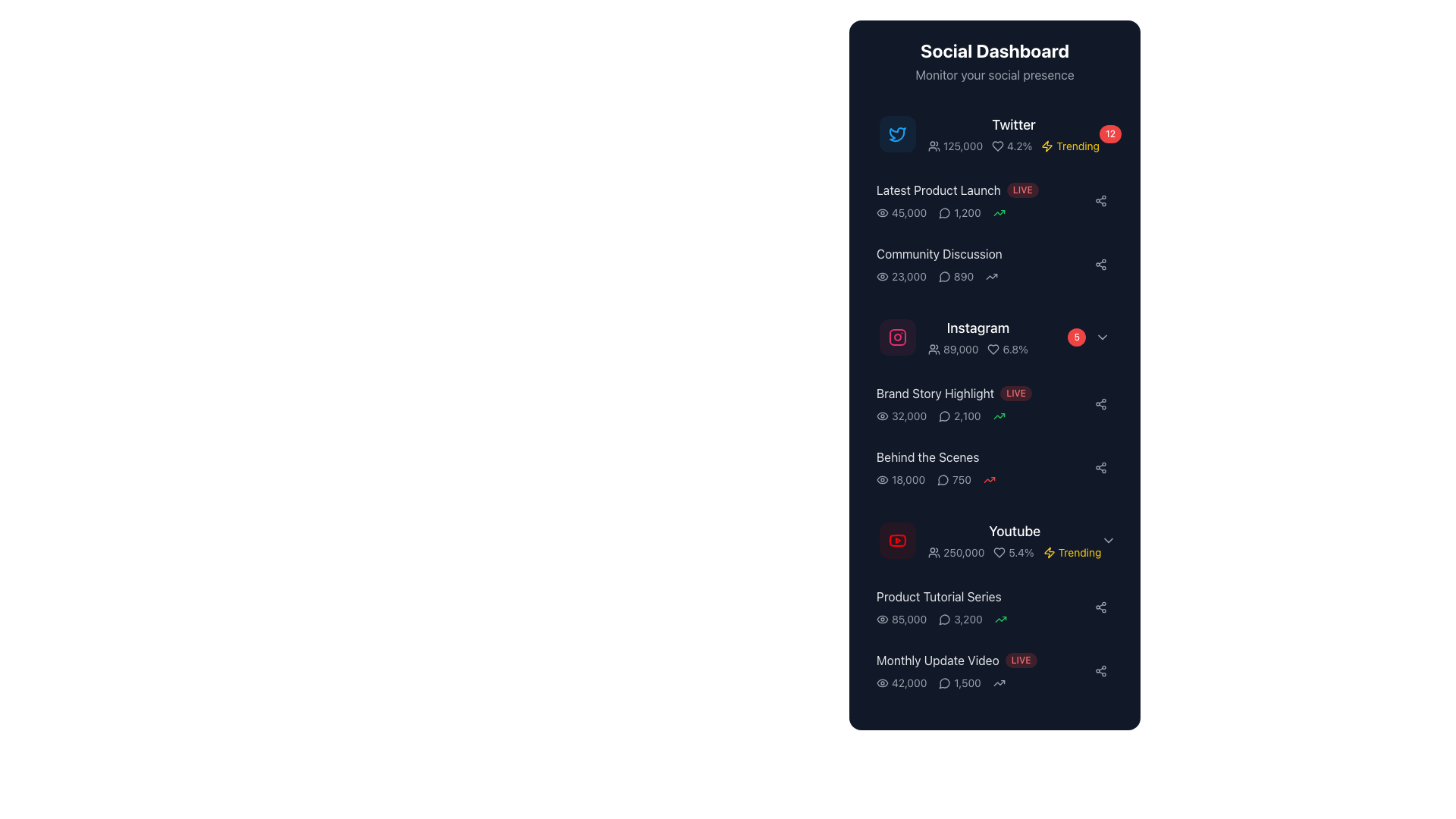  I want to click on the static text displaying '6.8%' and its adjacent heart-shaped icon, which is part of the 'Instagram' row in the interface, so click(1008, 350).